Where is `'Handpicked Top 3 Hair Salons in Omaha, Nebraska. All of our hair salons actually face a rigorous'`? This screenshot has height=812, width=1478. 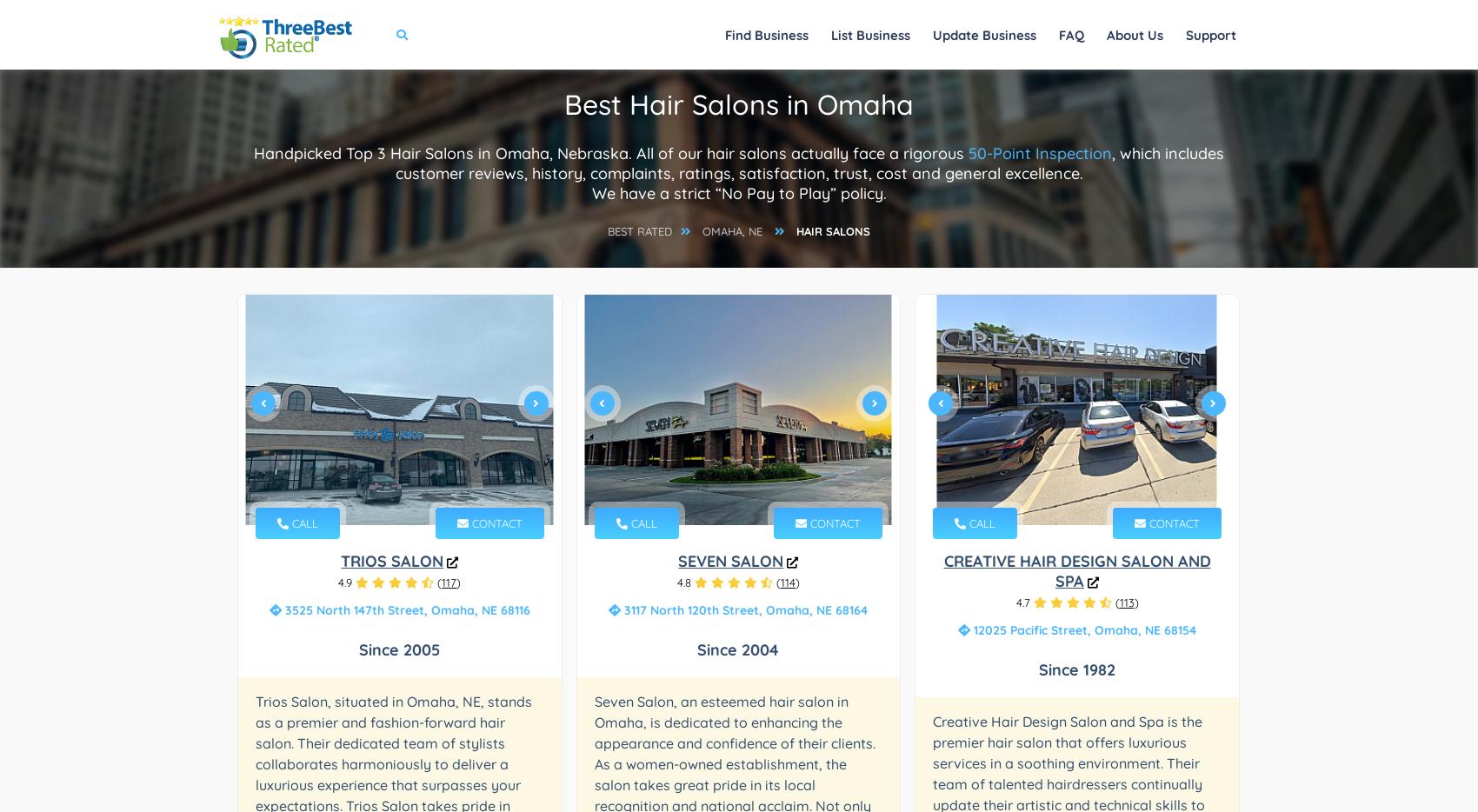 'Handpicked Top 3 Hair Salons in Omaha, Nebraska. All of our hair salons actually face a rigorous' is located at coordinates (610, 153).